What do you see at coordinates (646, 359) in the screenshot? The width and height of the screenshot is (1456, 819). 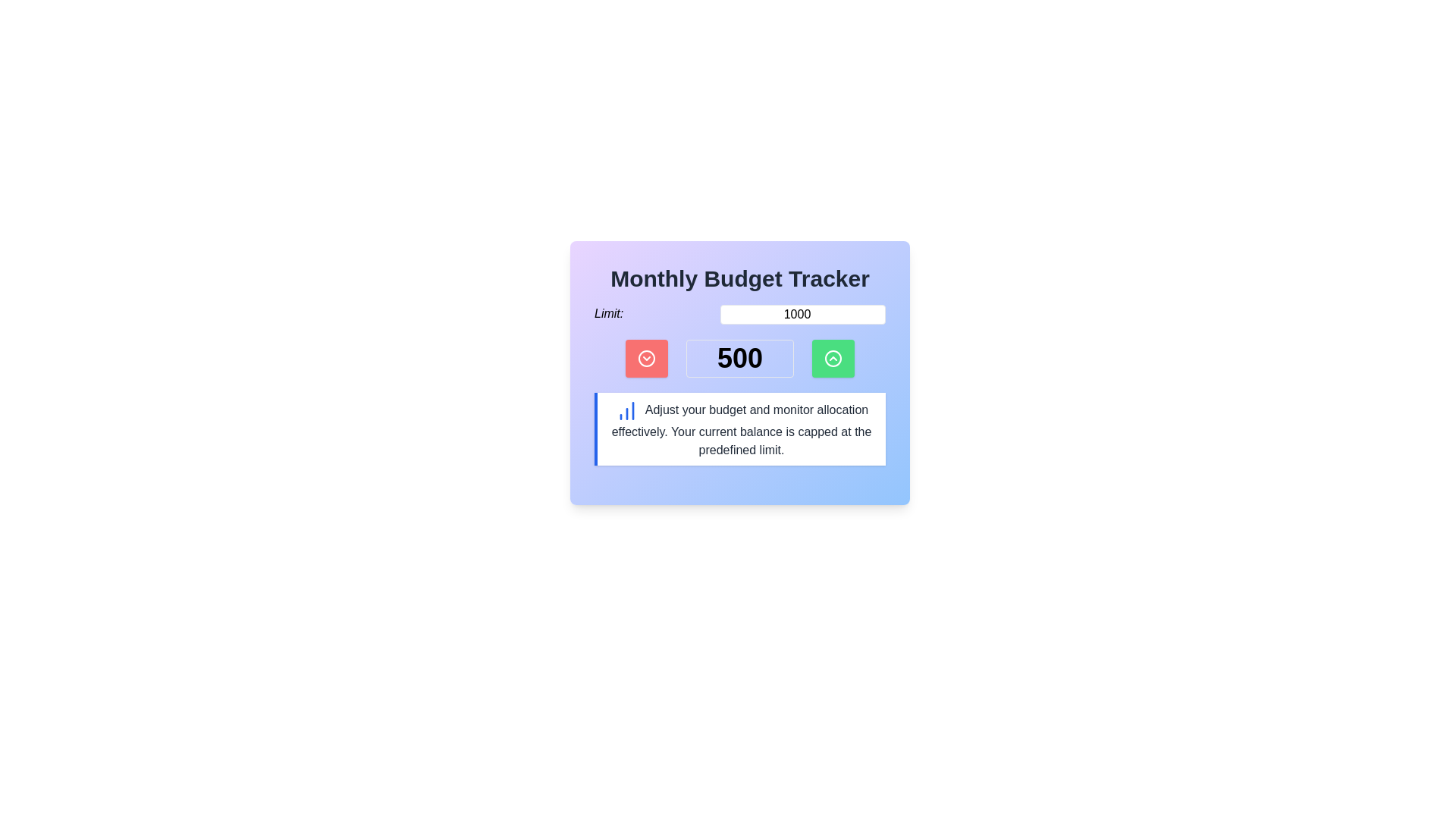 I see `the circular red icon with a downward-facing chevron, located to the left of the bold number '500'` at bounding box center [646, 359].